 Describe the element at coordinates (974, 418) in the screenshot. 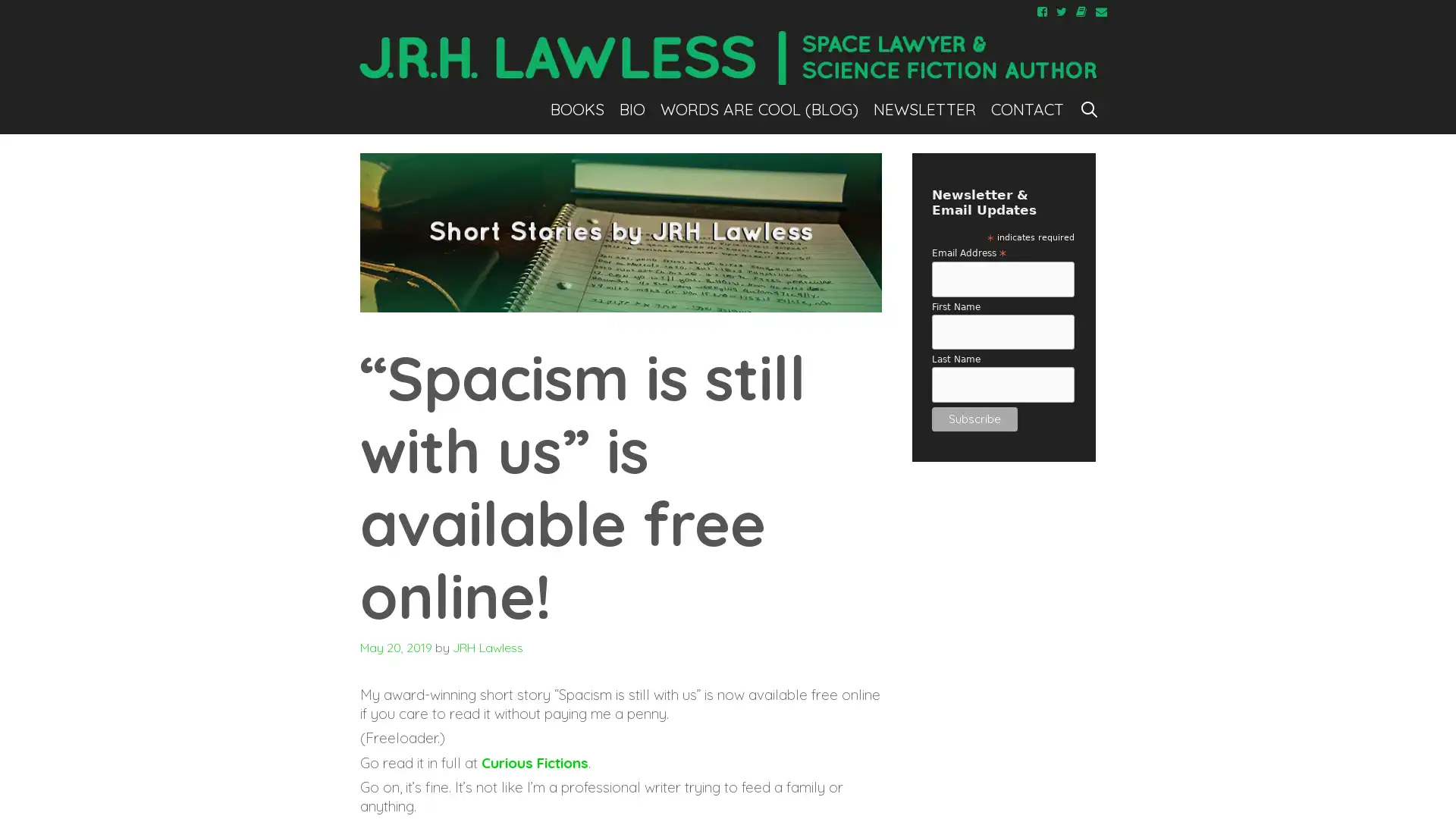

I see `Subscribe` at that location.